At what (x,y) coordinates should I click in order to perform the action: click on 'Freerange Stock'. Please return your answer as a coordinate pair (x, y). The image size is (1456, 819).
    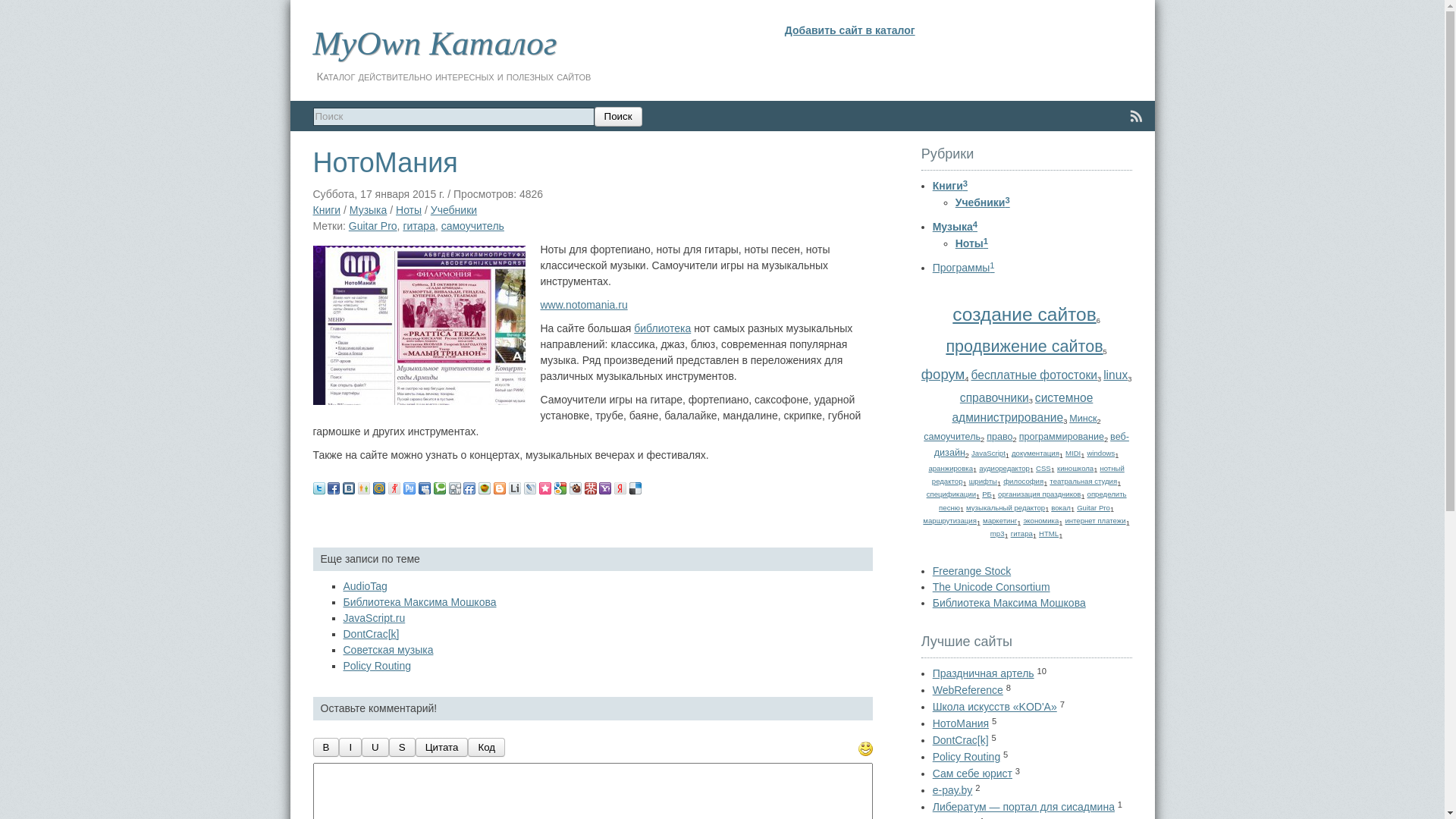
    Looking at the image, I should click on (971, 570).